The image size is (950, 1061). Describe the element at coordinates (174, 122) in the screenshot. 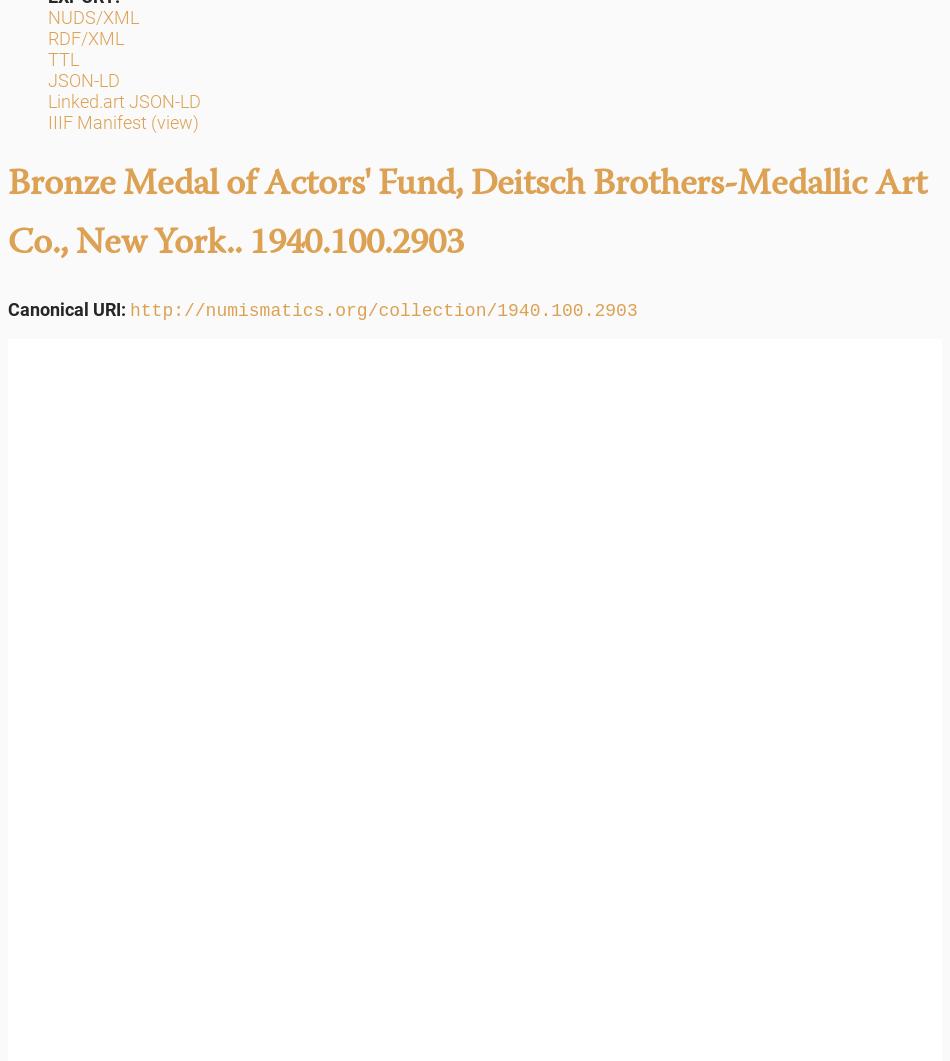

I see `'(view)'` at that location.